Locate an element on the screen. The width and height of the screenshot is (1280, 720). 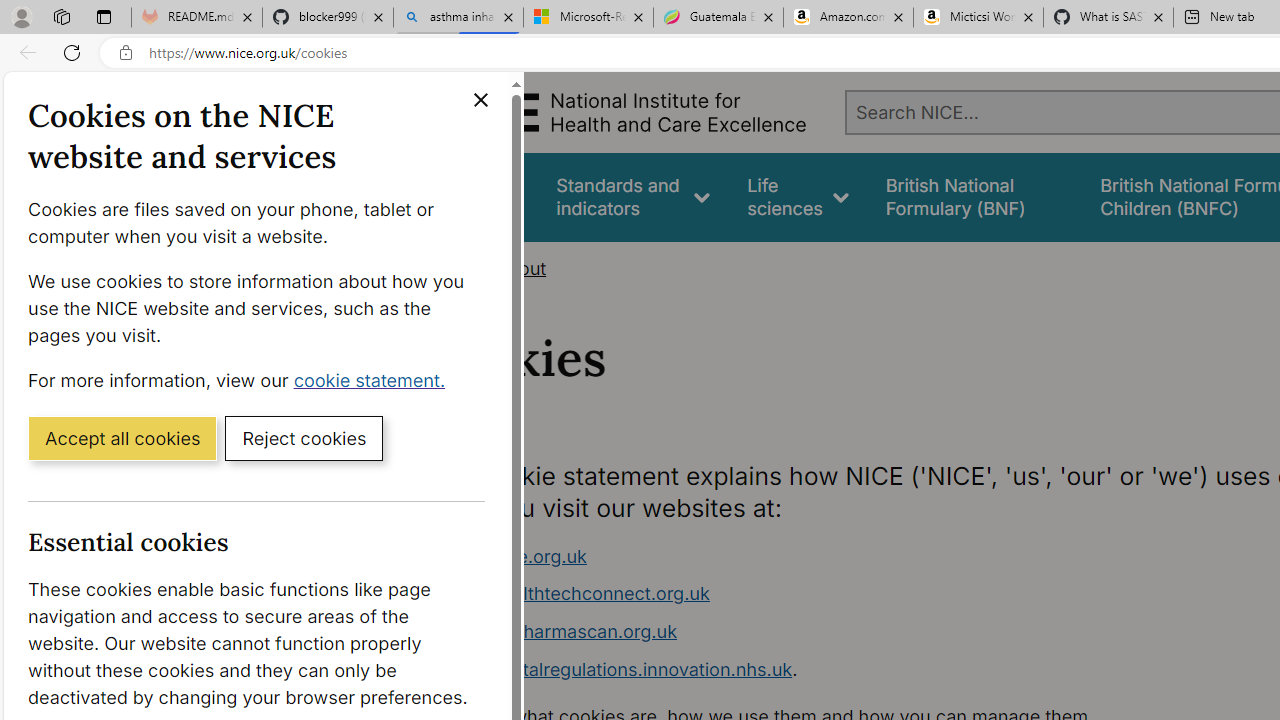
'Reject cookies' is located at coordinates (303, 436).